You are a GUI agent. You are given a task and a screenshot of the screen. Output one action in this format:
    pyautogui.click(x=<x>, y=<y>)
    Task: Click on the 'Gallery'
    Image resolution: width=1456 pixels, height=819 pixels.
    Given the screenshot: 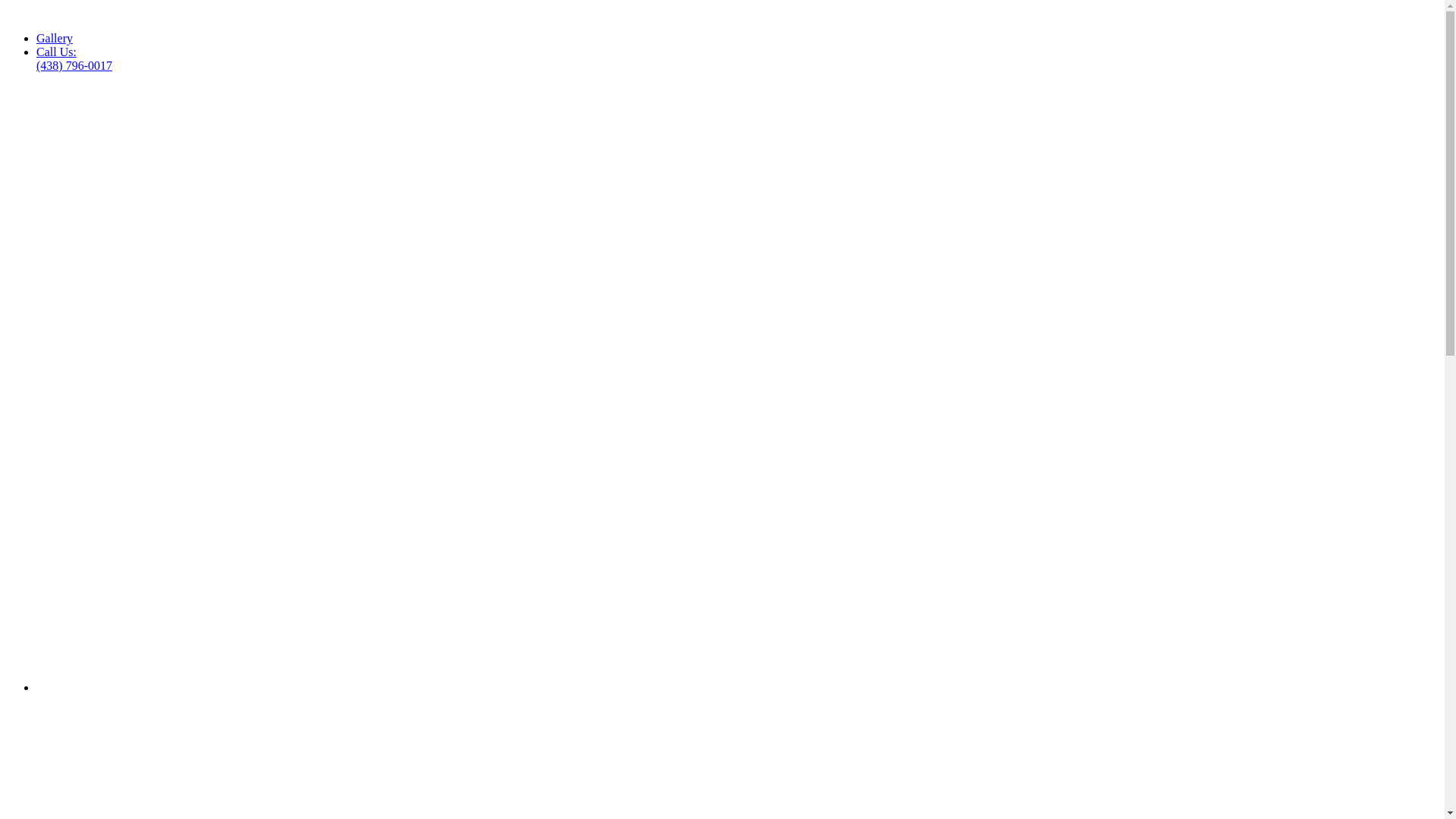 What is the action you would take?
    pyautogui.click(x=55, y=37)
    